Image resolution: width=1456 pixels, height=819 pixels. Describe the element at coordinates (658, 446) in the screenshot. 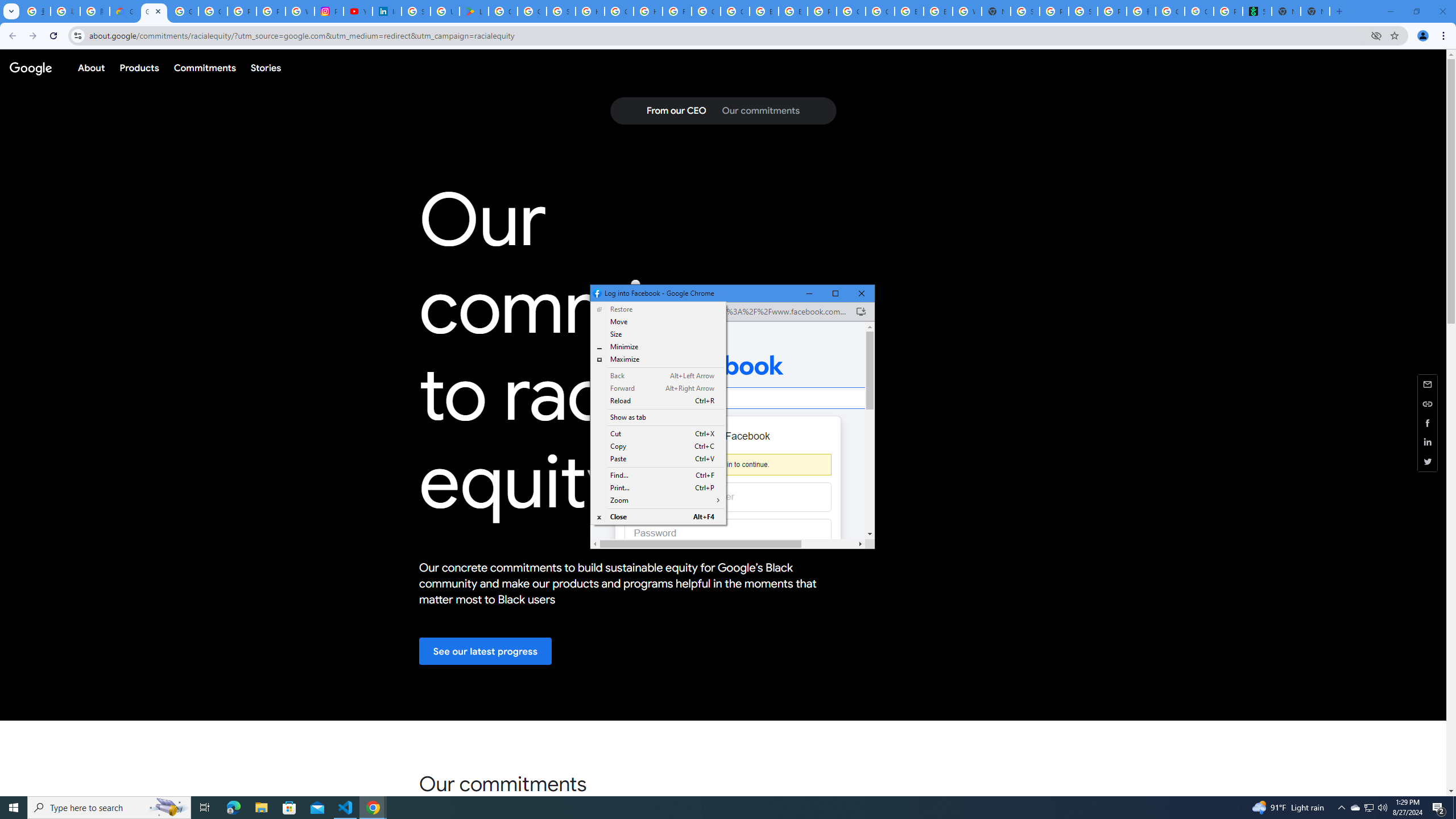

I see `'Copy	Ctrl+C'` at that location.